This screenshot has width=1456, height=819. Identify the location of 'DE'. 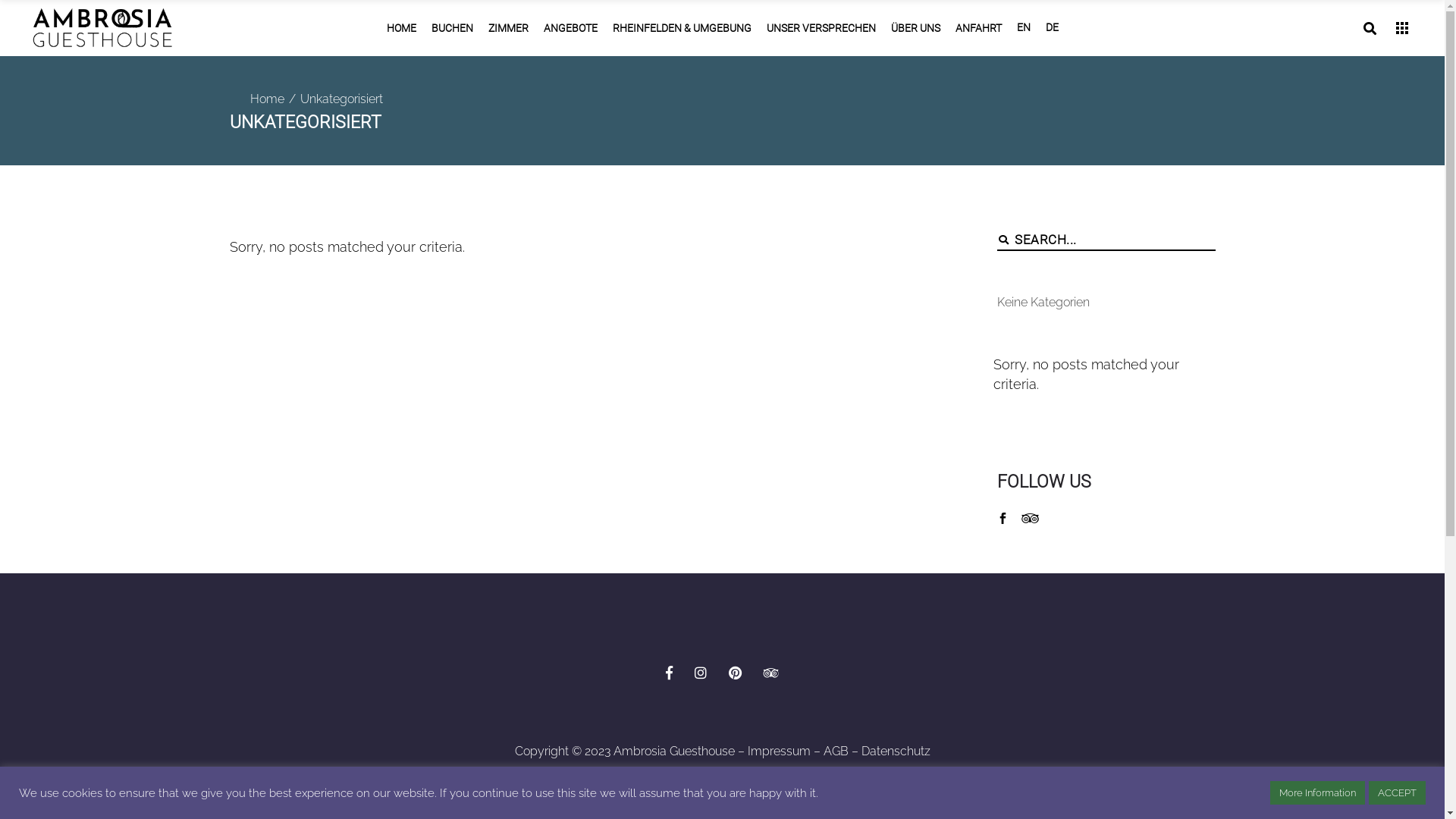
(1050, 28).